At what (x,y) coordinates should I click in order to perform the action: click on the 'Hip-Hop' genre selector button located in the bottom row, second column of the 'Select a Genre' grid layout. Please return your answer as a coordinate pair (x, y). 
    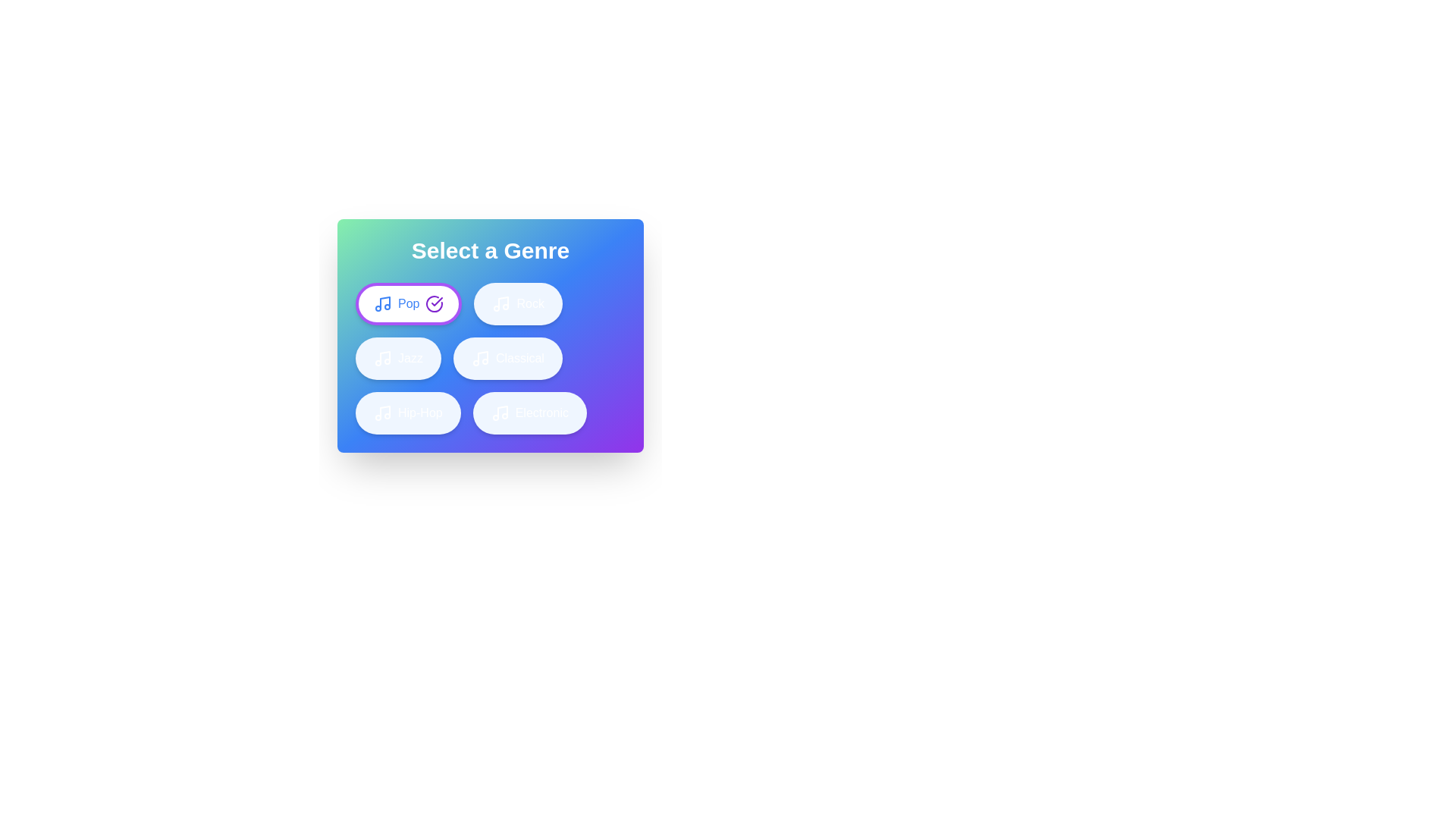
    Looking at the image, I should click on (408, 413).